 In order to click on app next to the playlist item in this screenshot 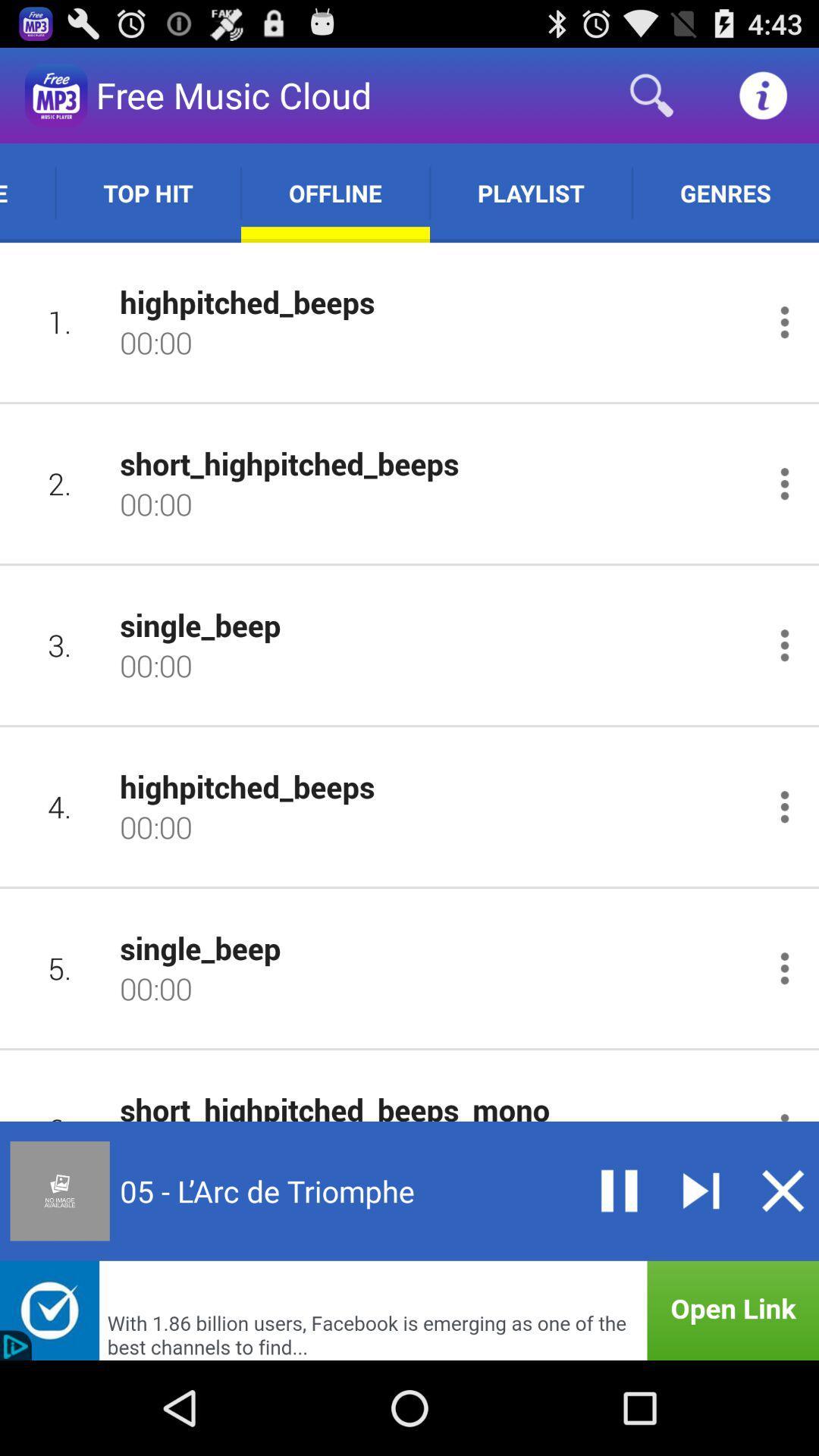, I will do `click(724, 192)`.